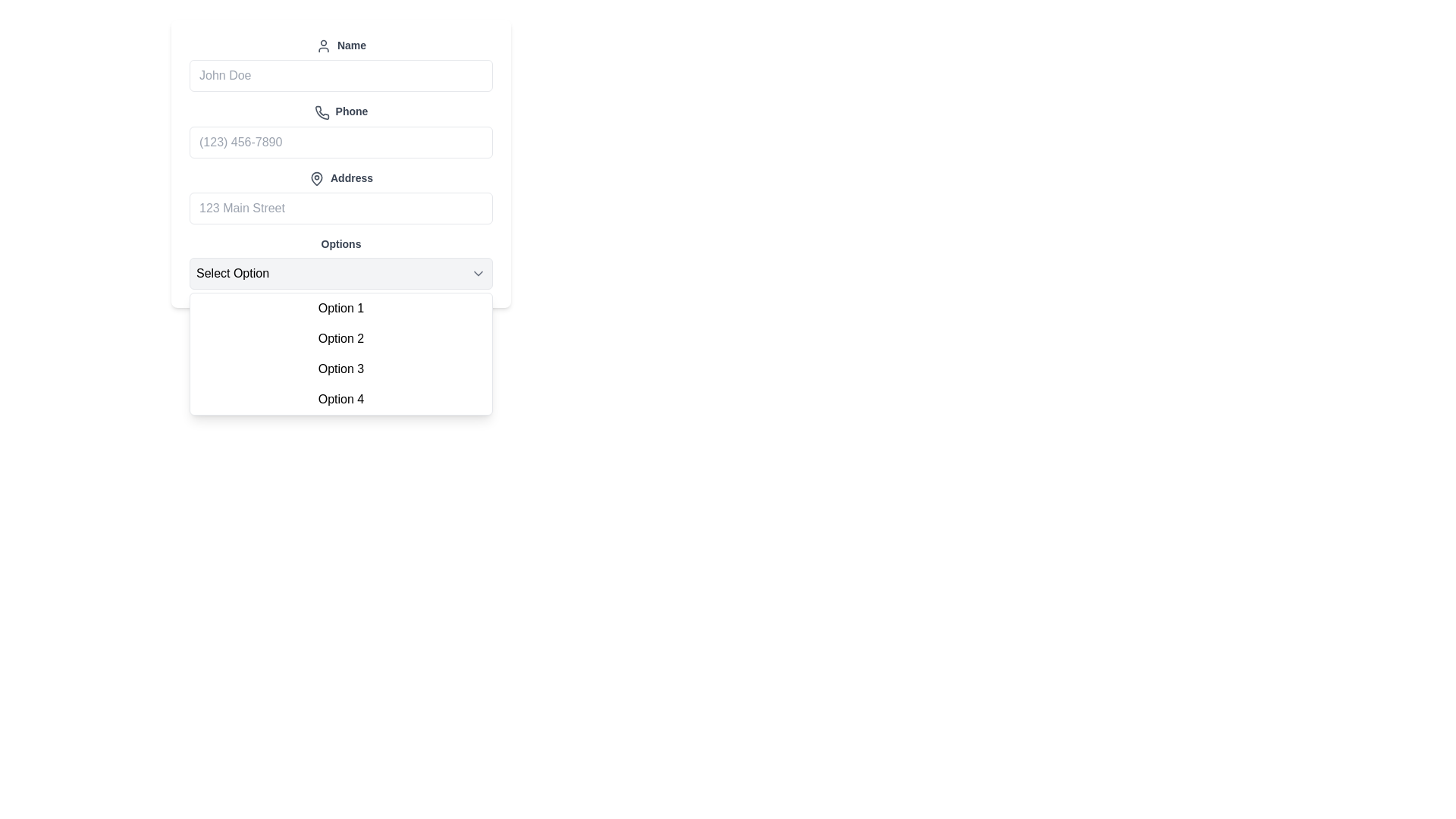 The image size is (1456, 819). Describe the element at coordinates (340, 208) in the screenshot. I see `text from another location into the address input field located below the 'Address' label and above the 'Options' dropdown` at that location.